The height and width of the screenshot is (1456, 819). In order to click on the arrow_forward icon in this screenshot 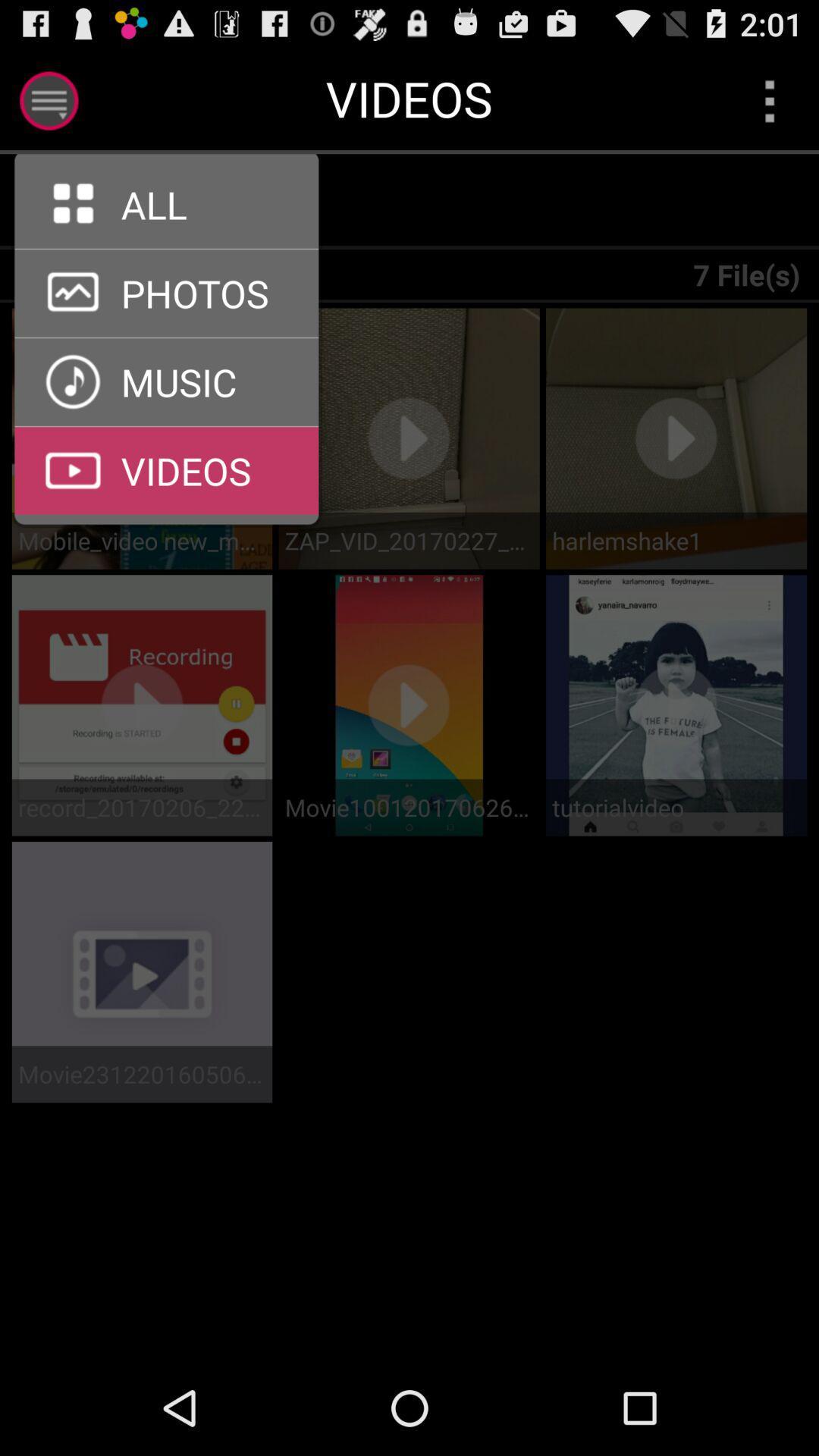, I will do `click(166, 455)`.